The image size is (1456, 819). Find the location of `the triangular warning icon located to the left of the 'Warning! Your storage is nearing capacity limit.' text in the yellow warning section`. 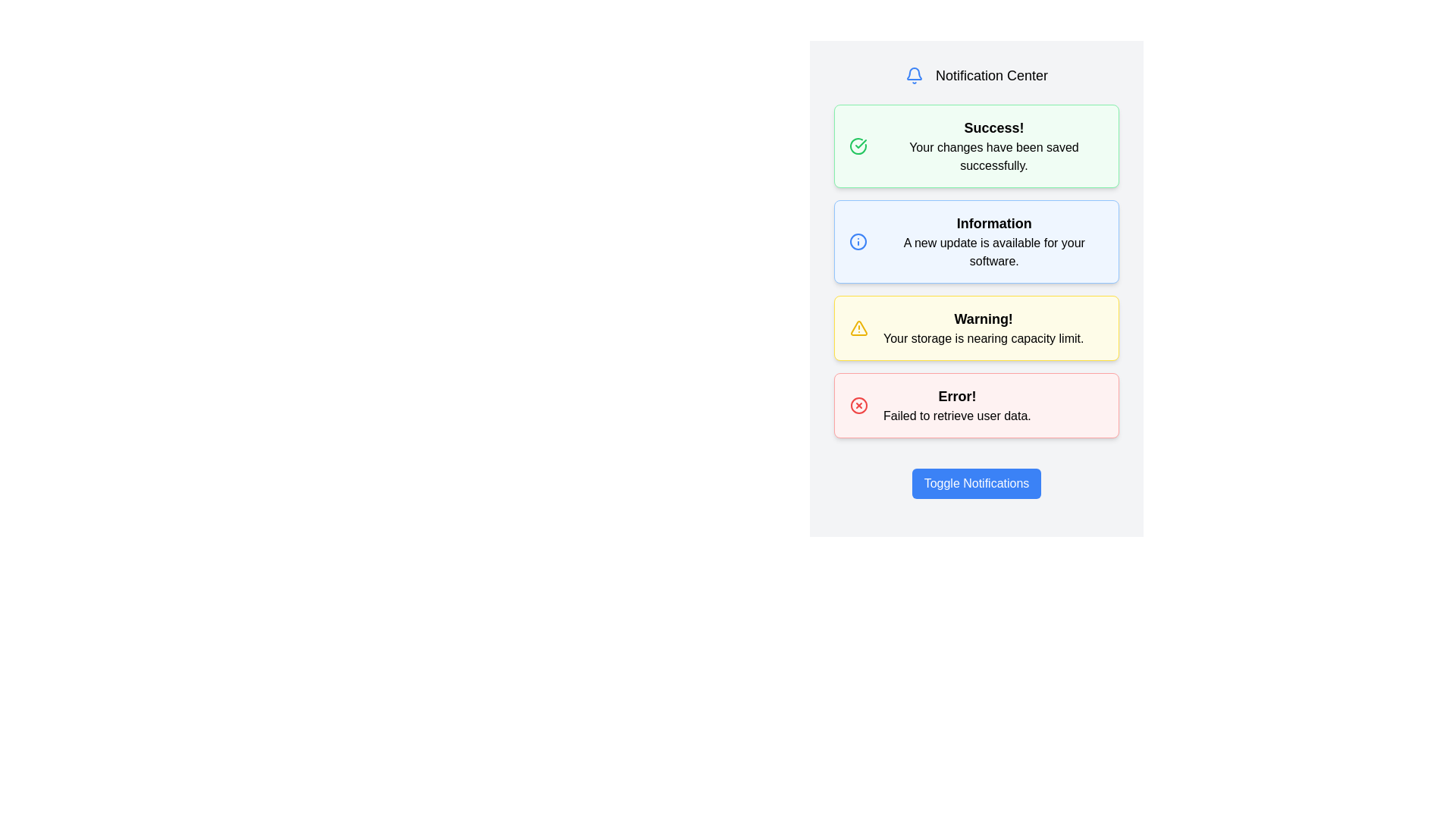

the triangular warning icon located to the left of the 'Warning! Your storage is nearing capacity limit.' text in the yellow warning section is located at coordinates (858, 327).